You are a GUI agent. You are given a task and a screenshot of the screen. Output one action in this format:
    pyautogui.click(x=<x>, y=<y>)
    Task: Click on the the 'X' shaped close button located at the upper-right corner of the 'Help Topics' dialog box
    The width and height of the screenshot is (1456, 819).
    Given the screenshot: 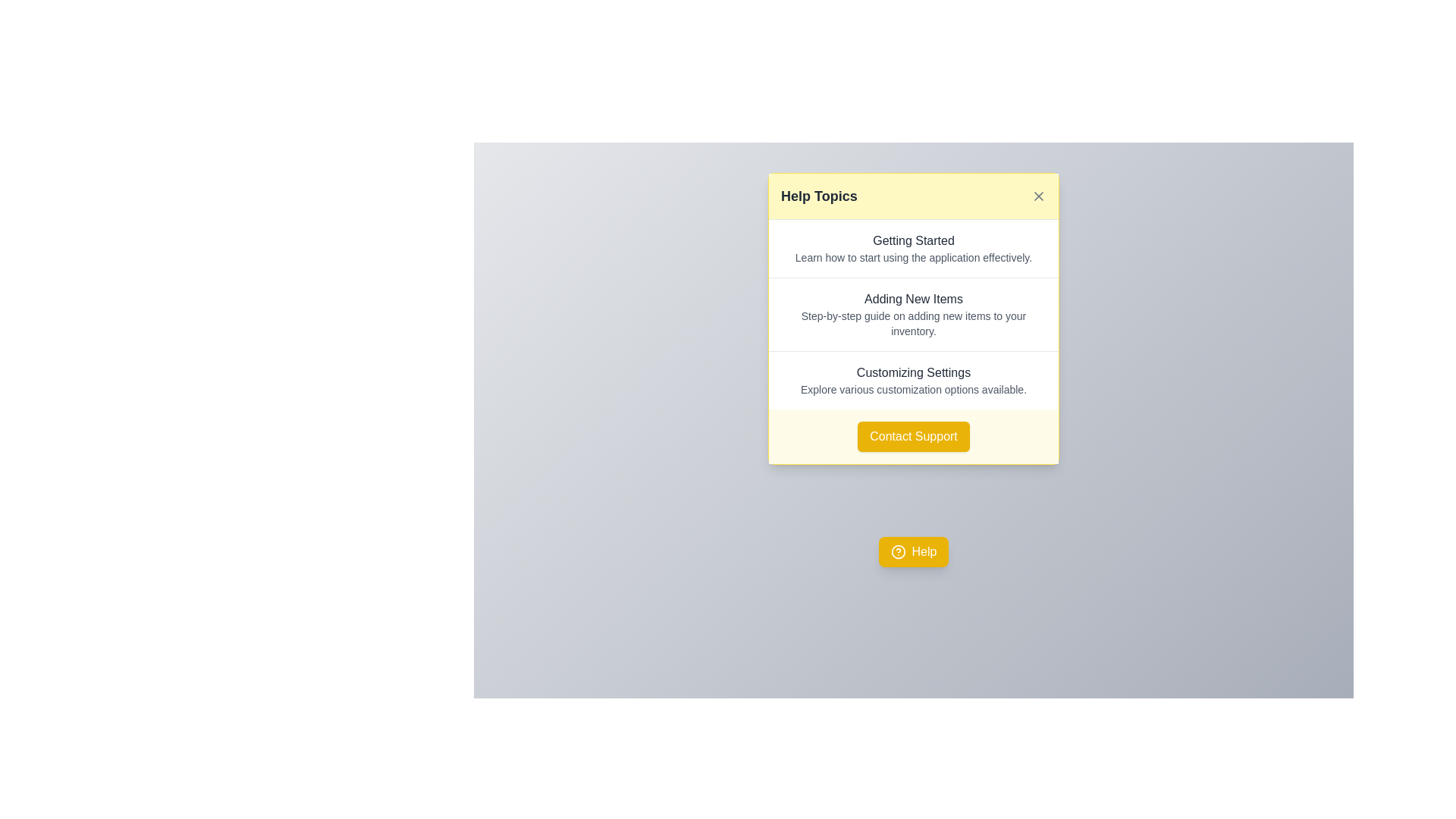 What is the action you would take?
    pyautogui.click(x=1037, y=195)
    